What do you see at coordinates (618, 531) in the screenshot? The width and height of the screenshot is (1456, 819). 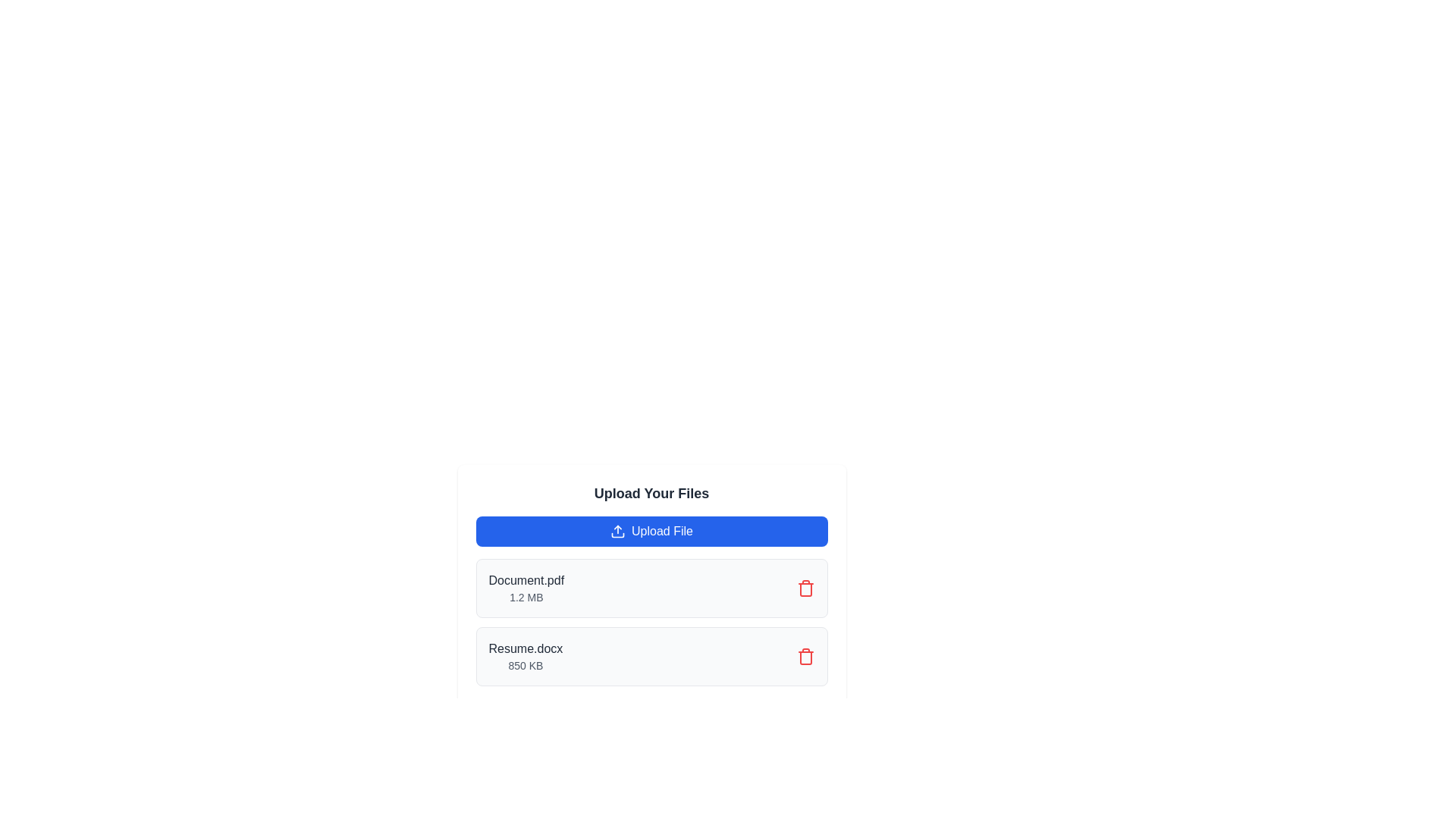 I see `the small upload icon, which is a stylized upload symbol with an upward arrow, located to the left of the 'Upload File' text within the button` at bounding box center [618, 531].